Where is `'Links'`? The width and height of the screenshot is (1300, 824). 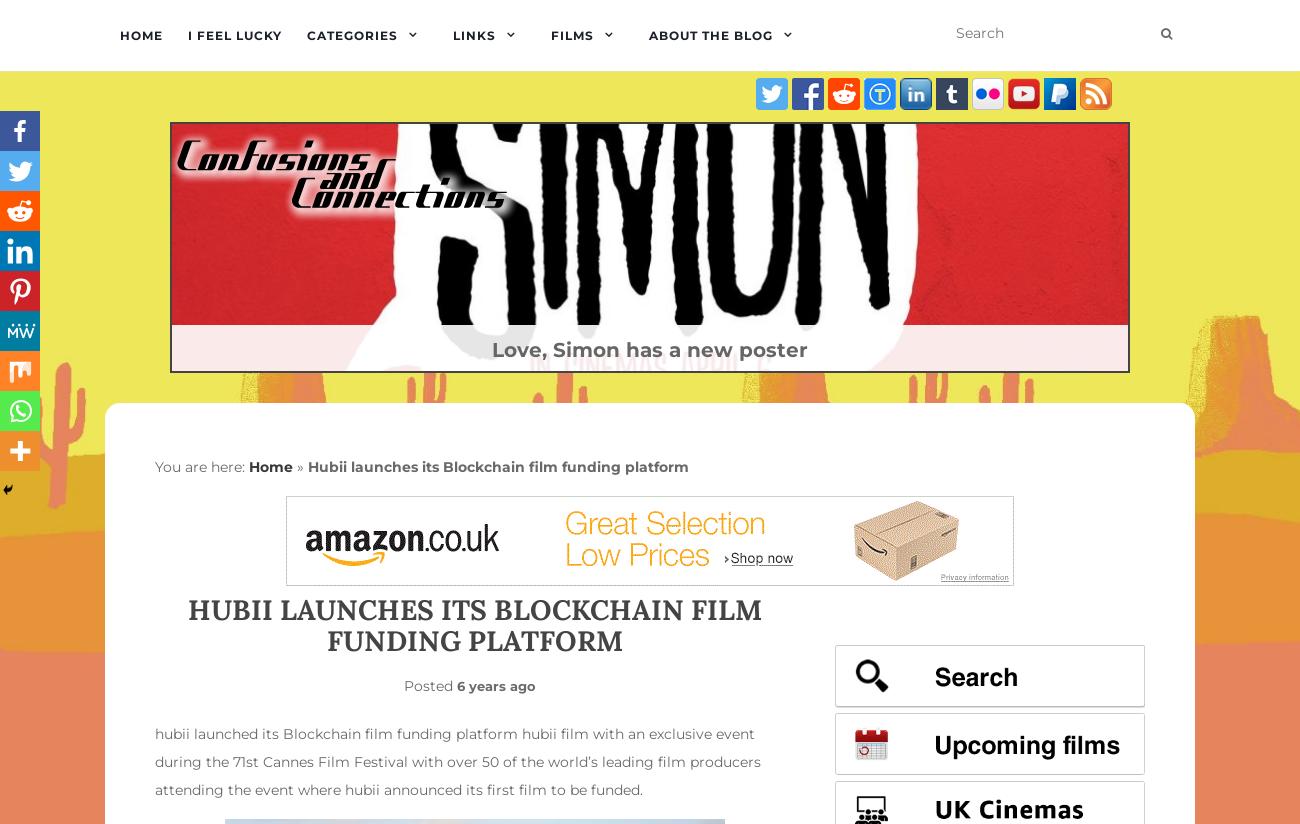
'Links' is located at coordinates (452, 35).